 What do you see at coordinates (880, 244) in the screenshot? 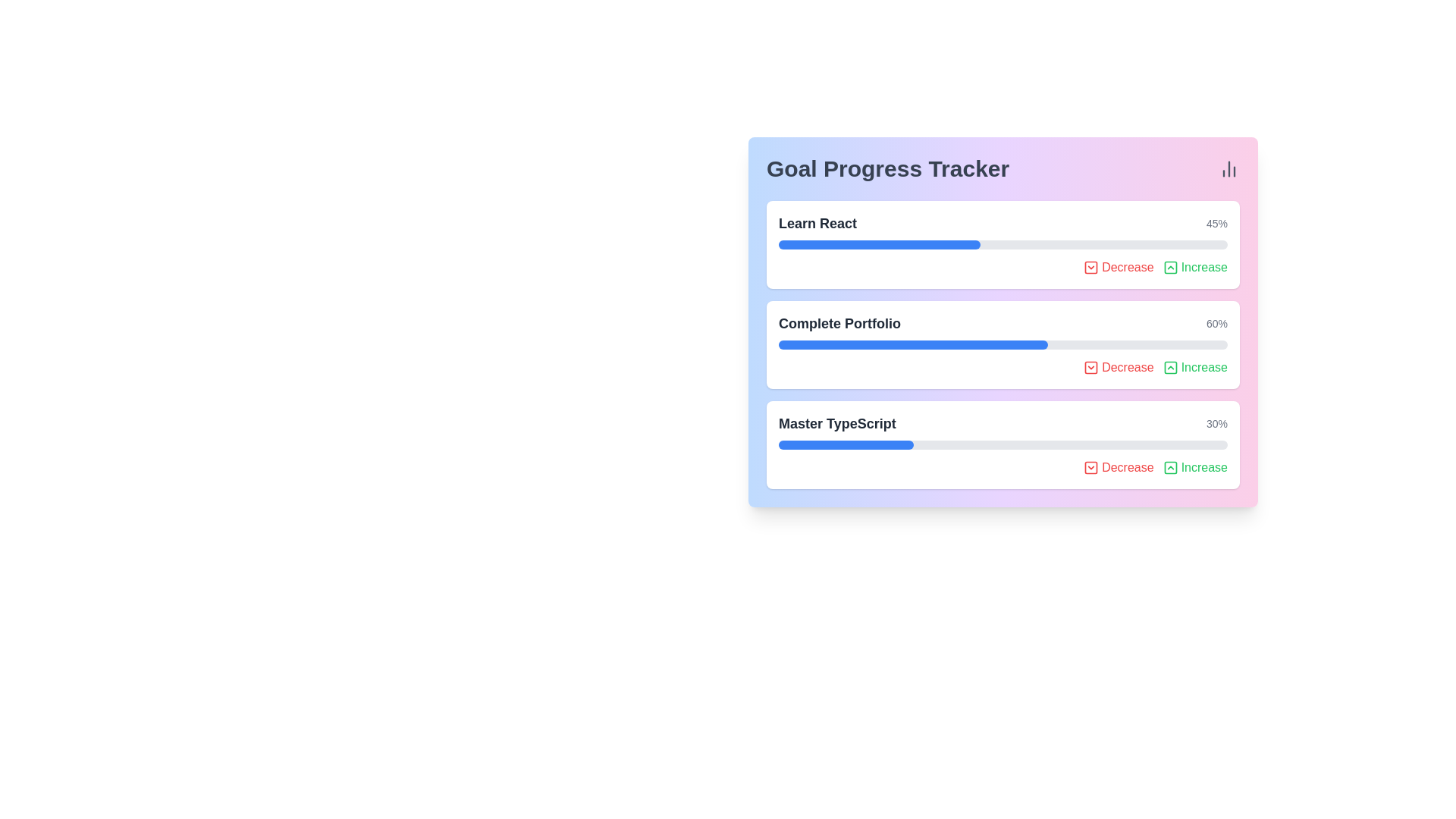
I see `the Progress Bar Segment indicating the current progress of the 'Learn React' goal in the Goal Progress Tracker panel` at bounding box center [880, 244].